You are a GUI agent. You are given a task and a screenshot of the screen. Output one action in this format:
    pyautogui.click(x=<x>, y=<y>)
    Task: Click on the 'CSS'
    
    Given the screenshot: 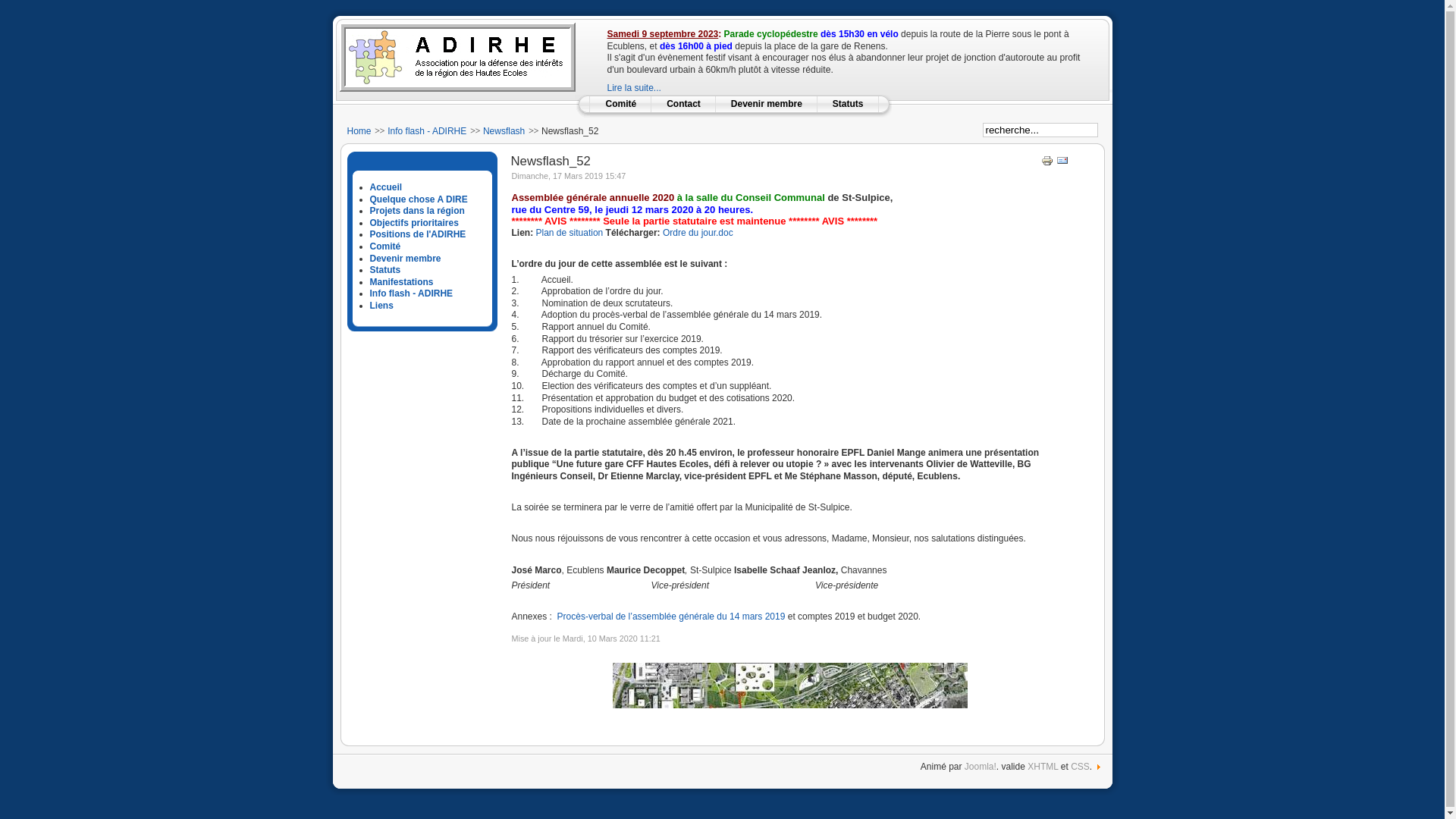 What is the action you would take?
    pyautogui.click(x=1079, y=766)
    